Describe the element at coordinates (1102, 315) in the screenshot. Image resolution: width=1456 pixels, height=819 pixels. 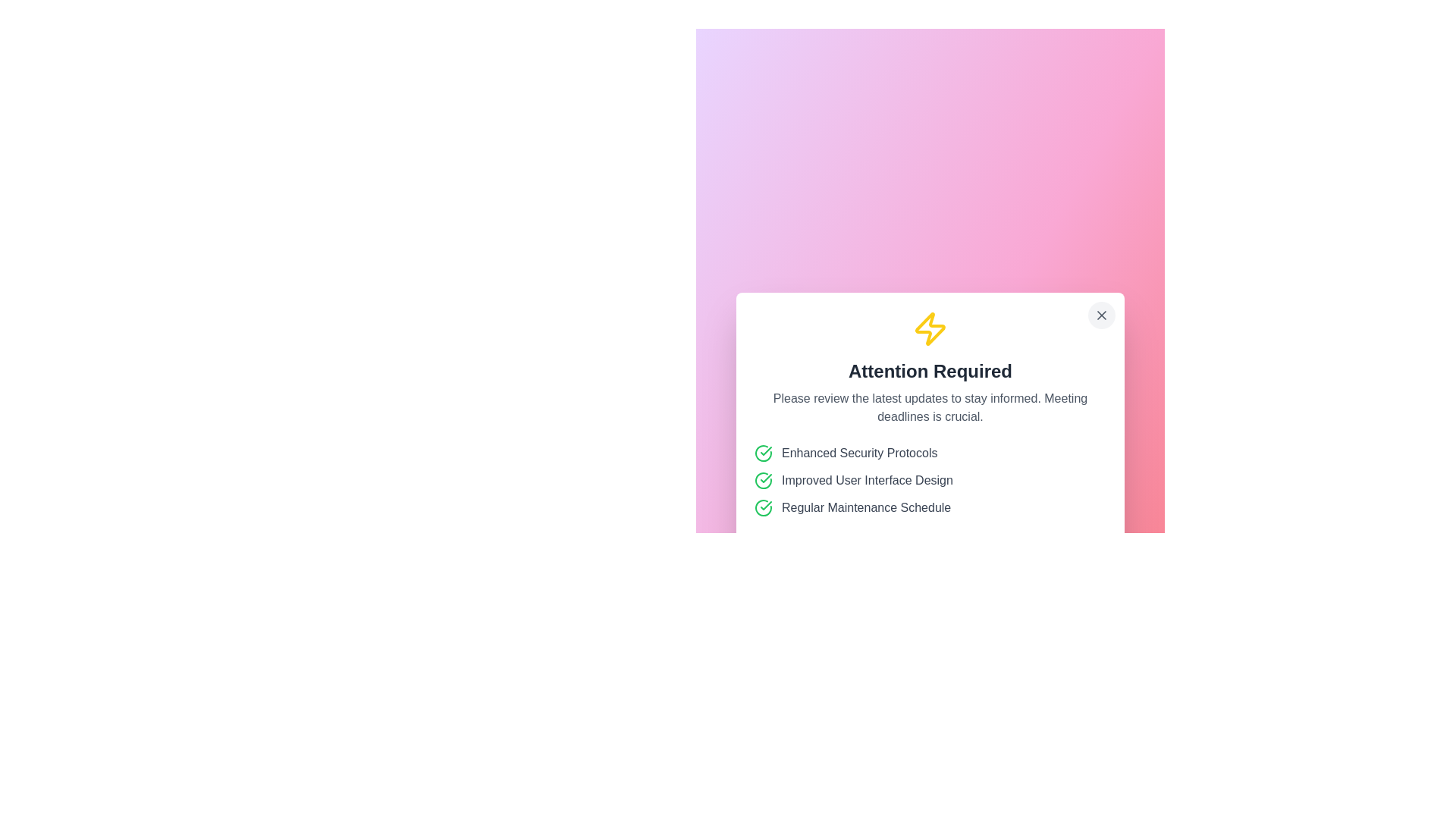
I see `the close button located at the top-right corner of the modal dialog` at that location.